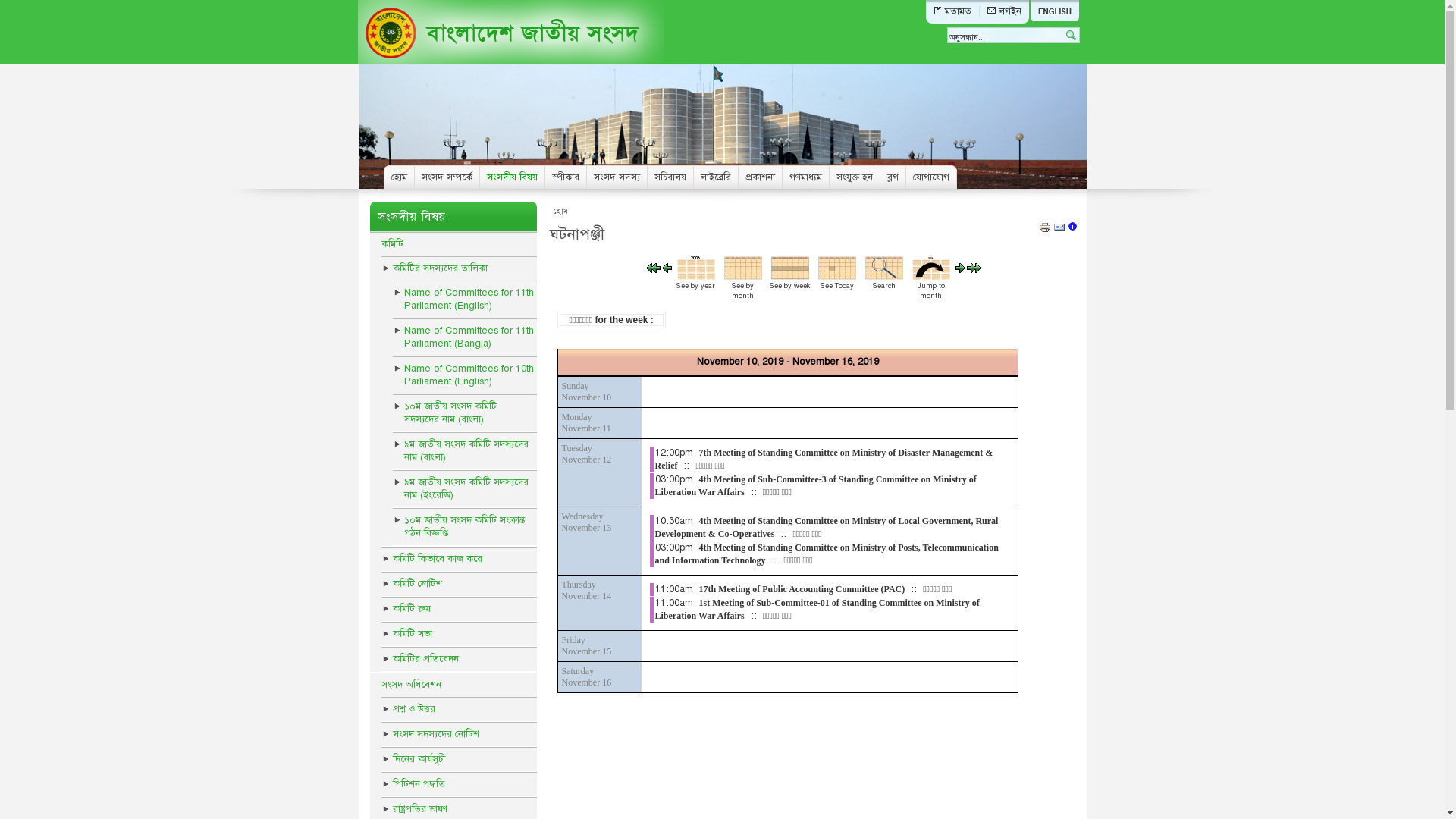 The height and width of the screenshot is (819, 1456). Describe the element at coordinates (585, 676) in the screenshot. I see `'Saturday` at that location.